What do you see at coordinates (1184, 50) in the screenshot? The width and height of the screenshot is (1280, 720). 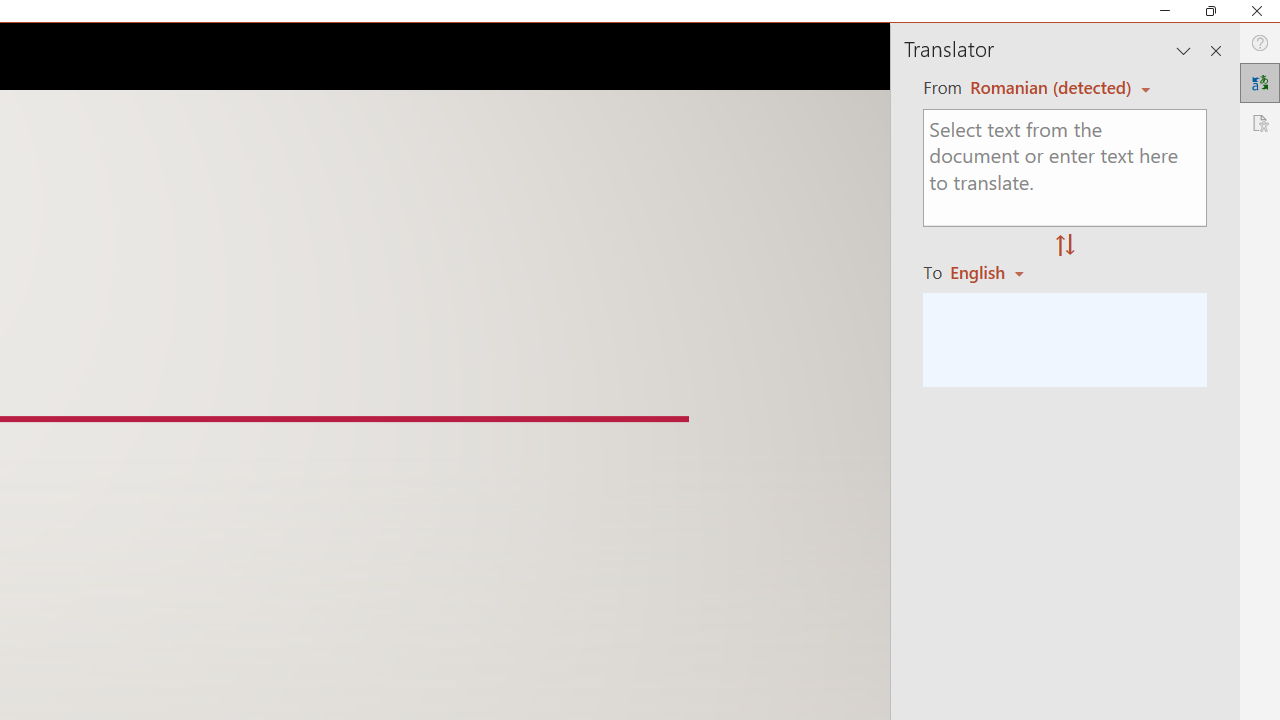 I see `'Task Pane Options'` at bounding box center [1184, 50].